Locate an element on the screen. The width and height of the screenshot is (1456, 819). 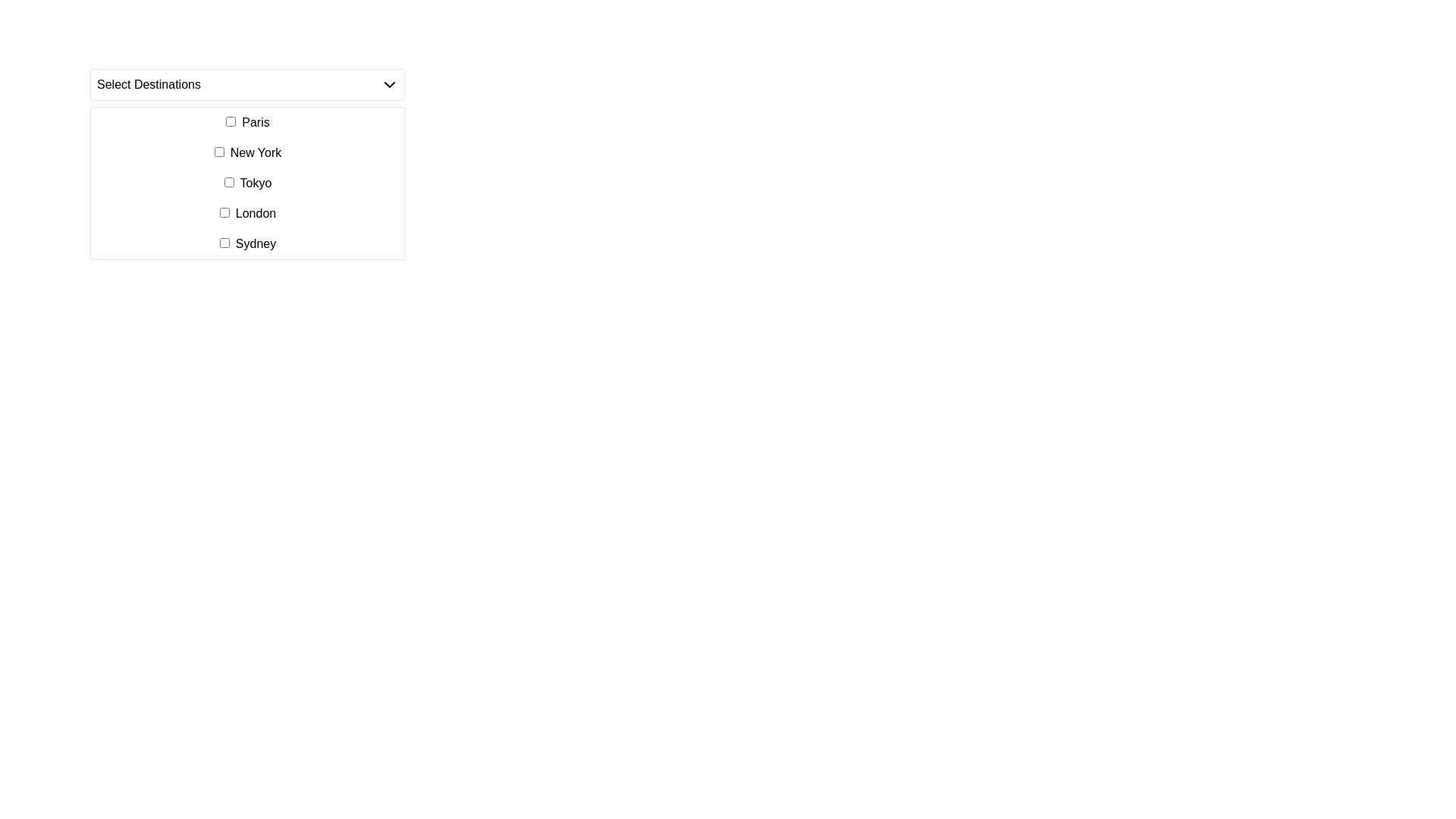
label for the checkbox displaying 'Tokyo' in the dropdown menu titled 'Select Destinations.' is located at coordinates (256, 182).